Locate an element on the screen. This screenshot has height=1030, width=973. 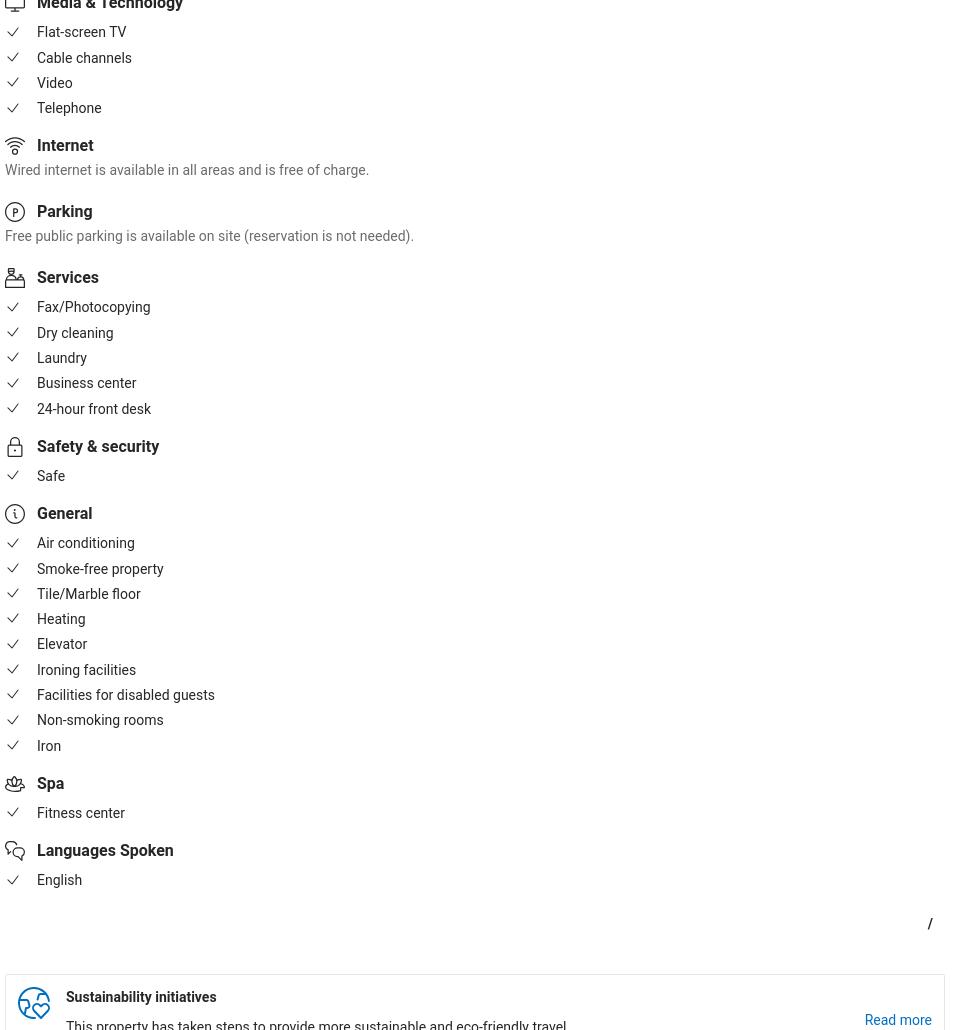
'Video' is located at coordinates (54, 81).